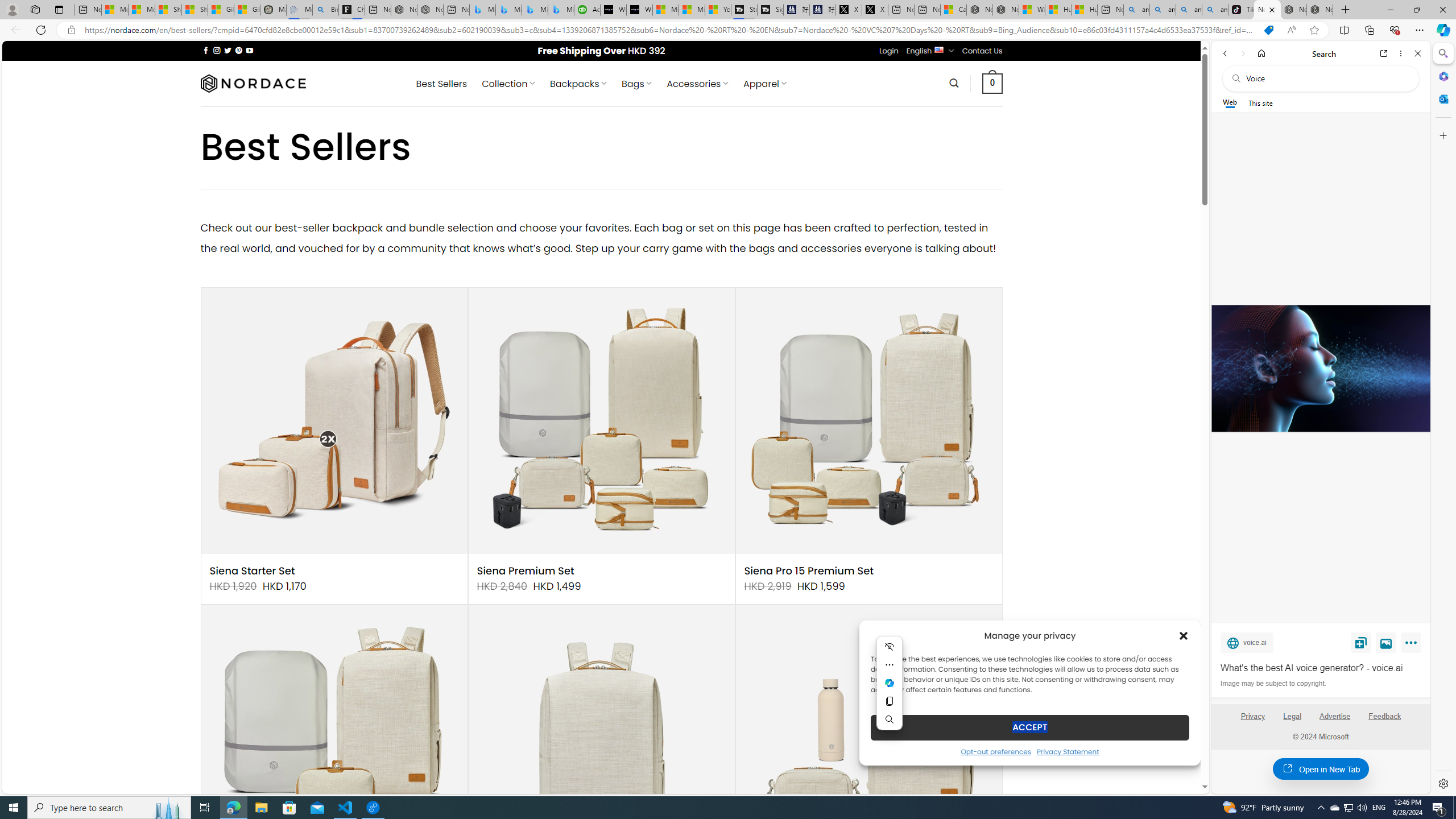 This screenshot has width=1456, height=819. Describe the element at coordinates (1067, 751) in the screenshot. I see `'Privacy Statement'` at that location.